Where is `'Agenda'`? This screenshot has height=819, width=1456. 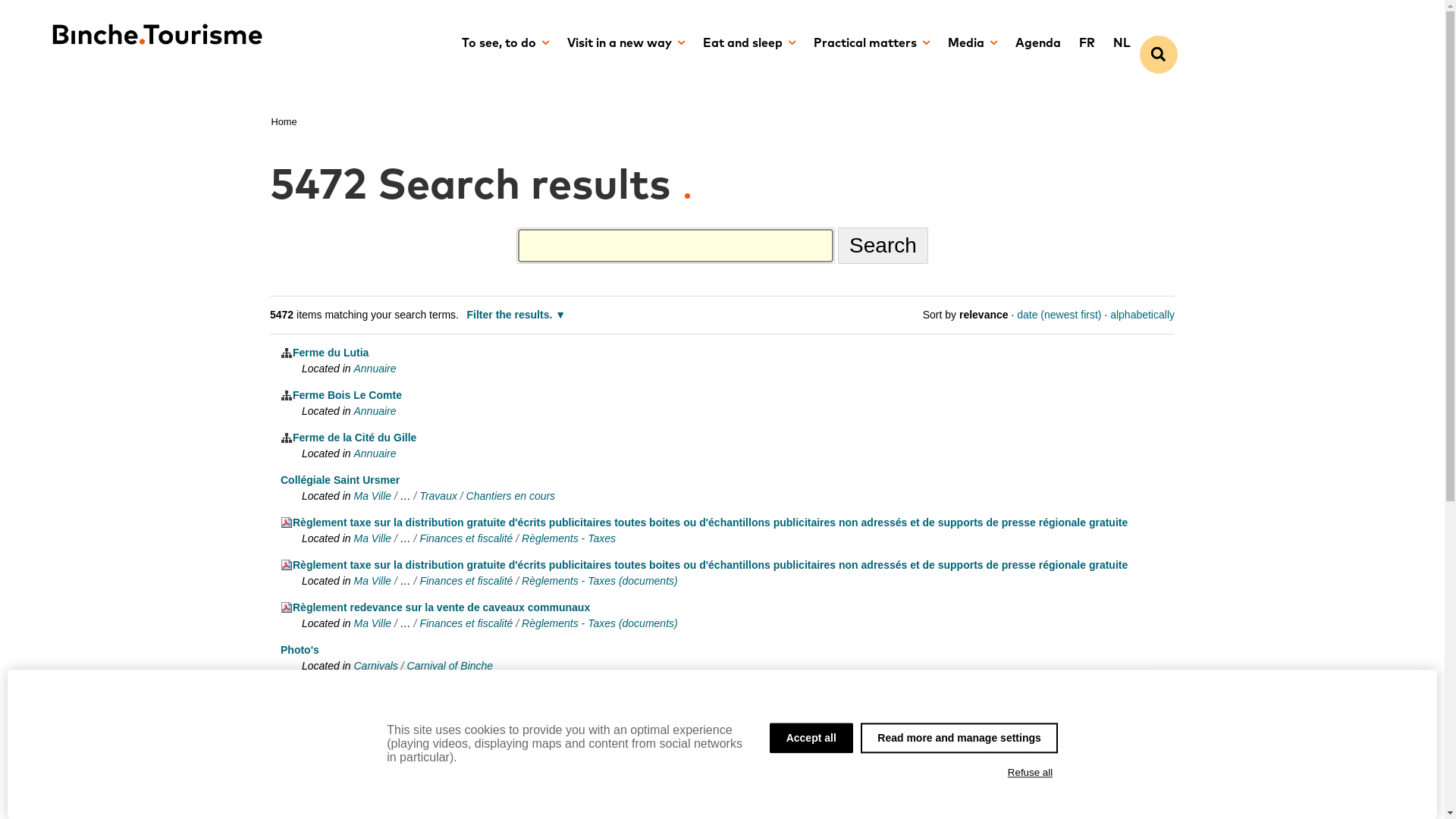 'Agenda' is located at coordinates (1037, 42).